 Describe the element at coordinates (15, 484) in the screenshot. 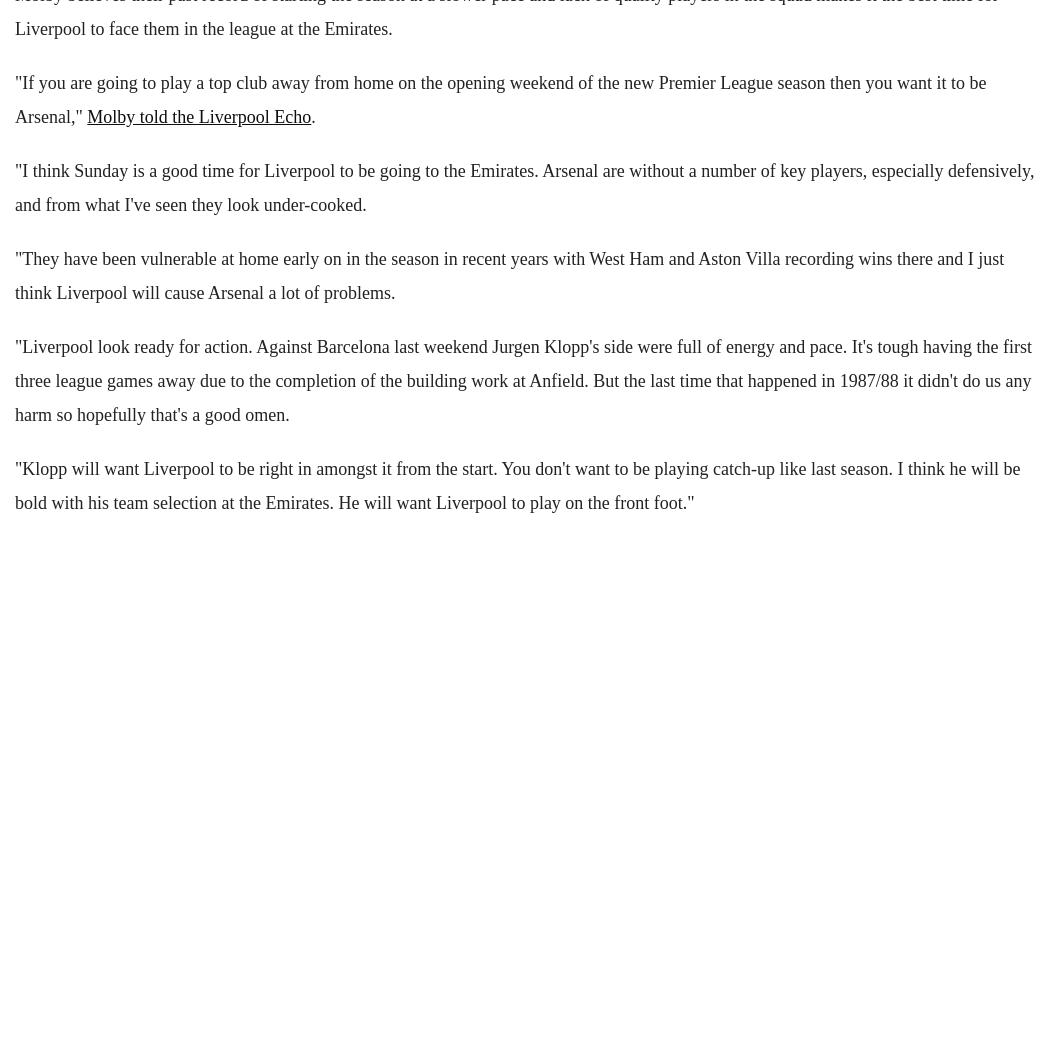

I see `'"Klopp will want Liverpool to be right in amongst it from the start. You don't want to be playing catch-up like last season. I think he will be bold with his team selection at the Emirates. He will want Liverpool to play on the front foot."'` at that location.